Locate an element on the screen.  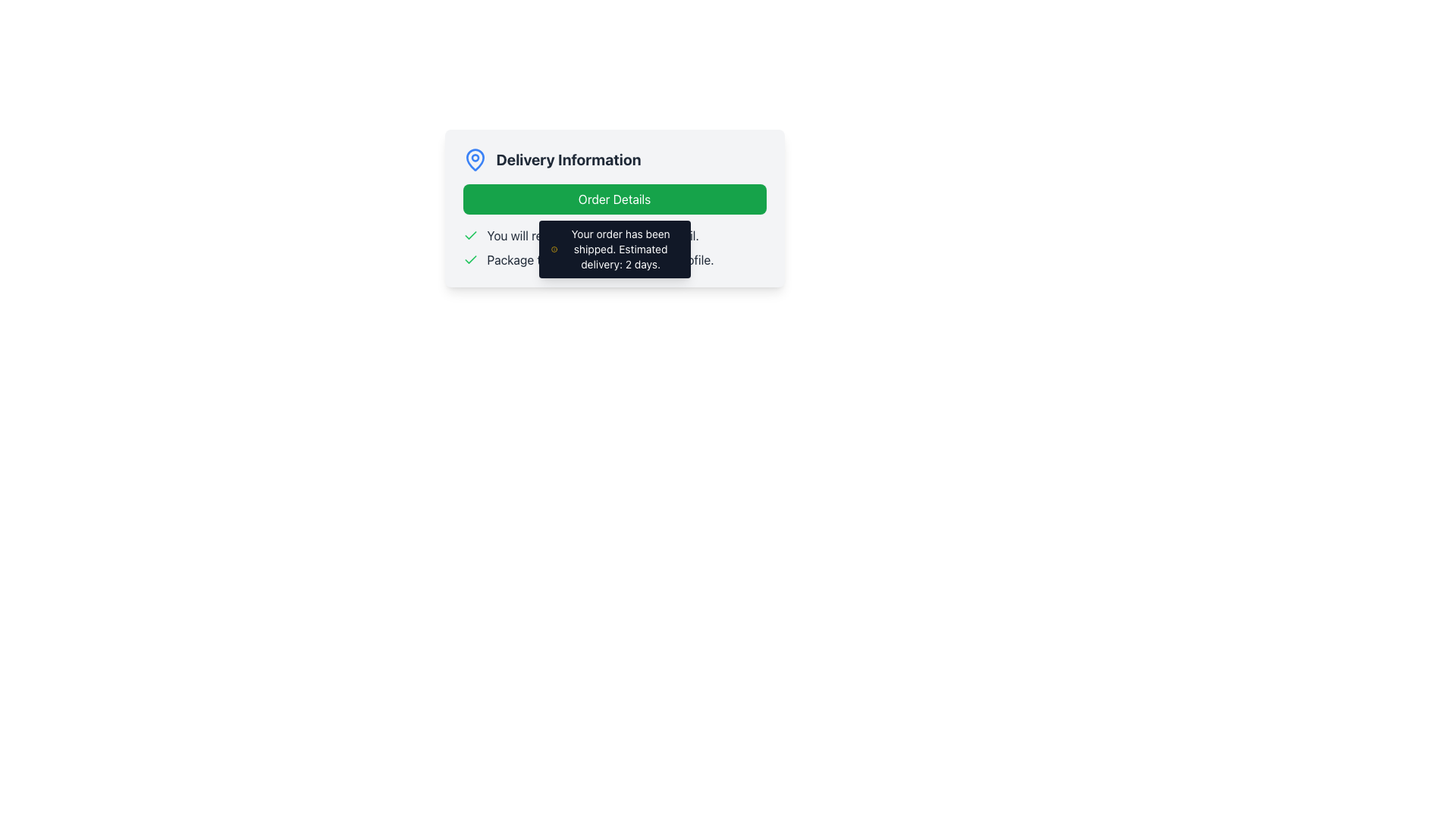
notification text block that informs the user about the availability of package tracking in their profile, located below a similar notification row and to the right of a green checkmark icon in the 'Delivery Information' section is located at coordinates (600, 259).